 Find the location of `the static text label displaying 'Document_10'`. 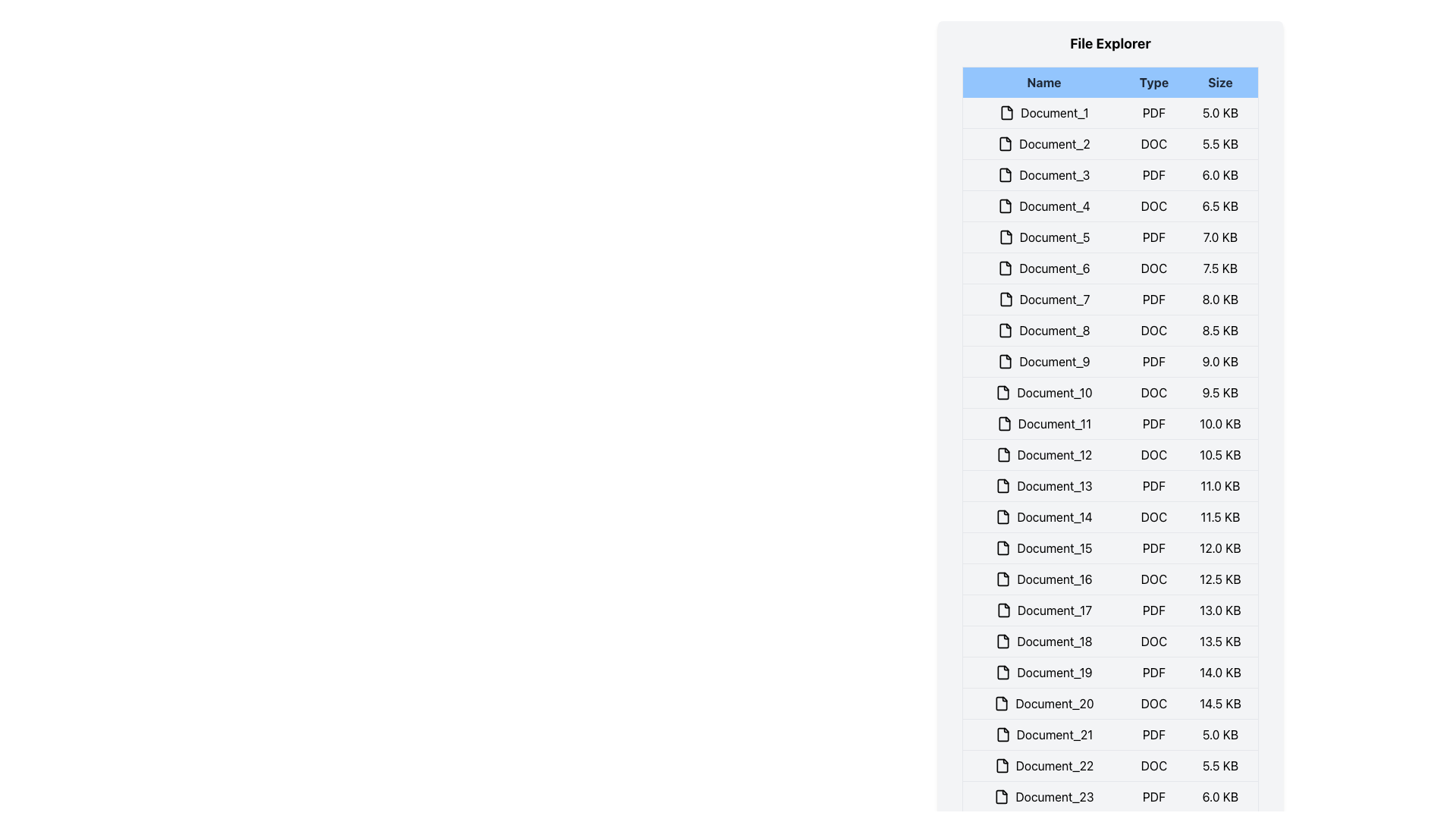

the static text label displaying 'Document_10' is located at coordinates (1043, 391).